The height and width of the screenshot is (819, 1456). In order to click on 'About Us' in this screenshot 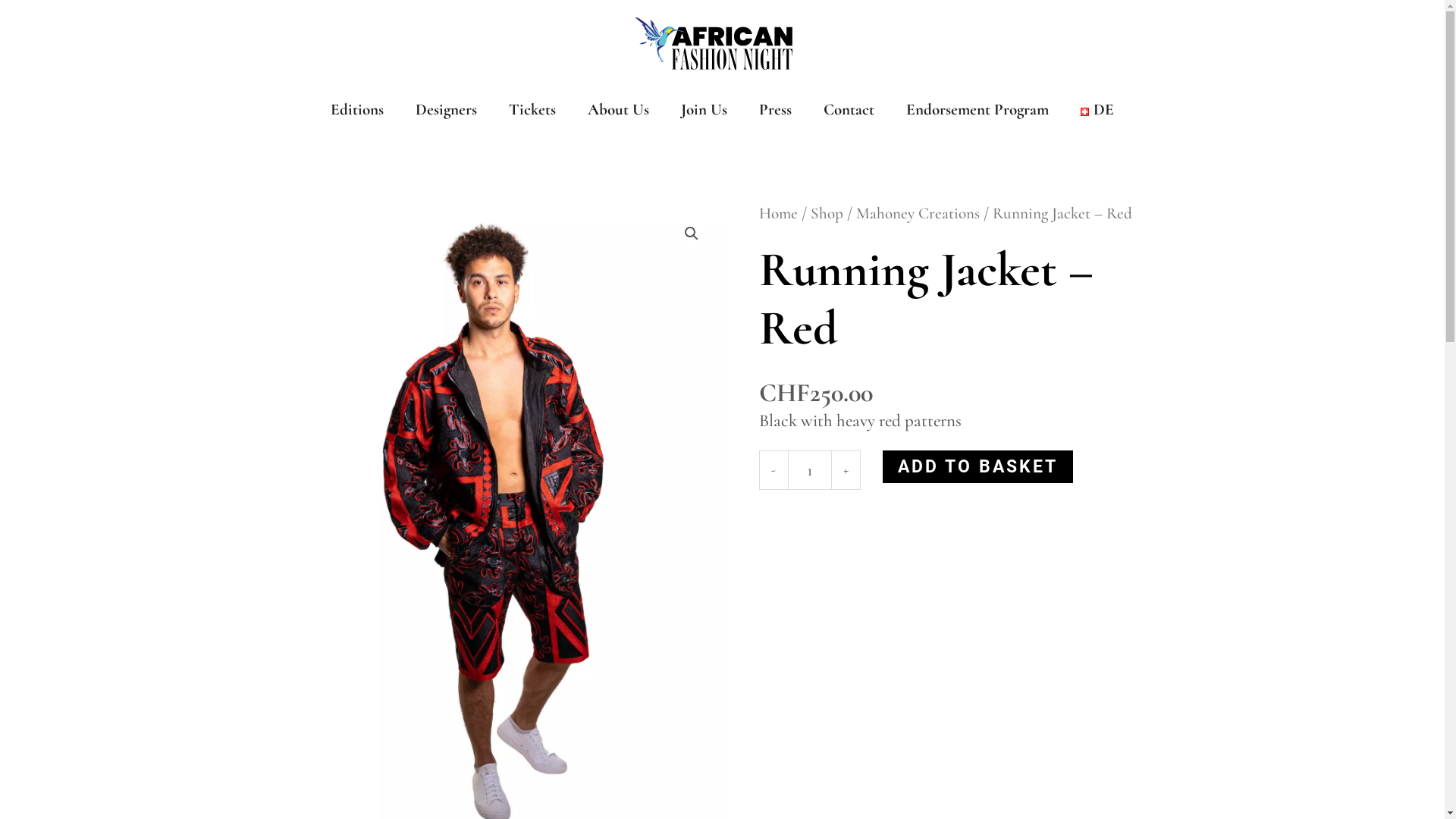, I will do `click(618, 109)`.